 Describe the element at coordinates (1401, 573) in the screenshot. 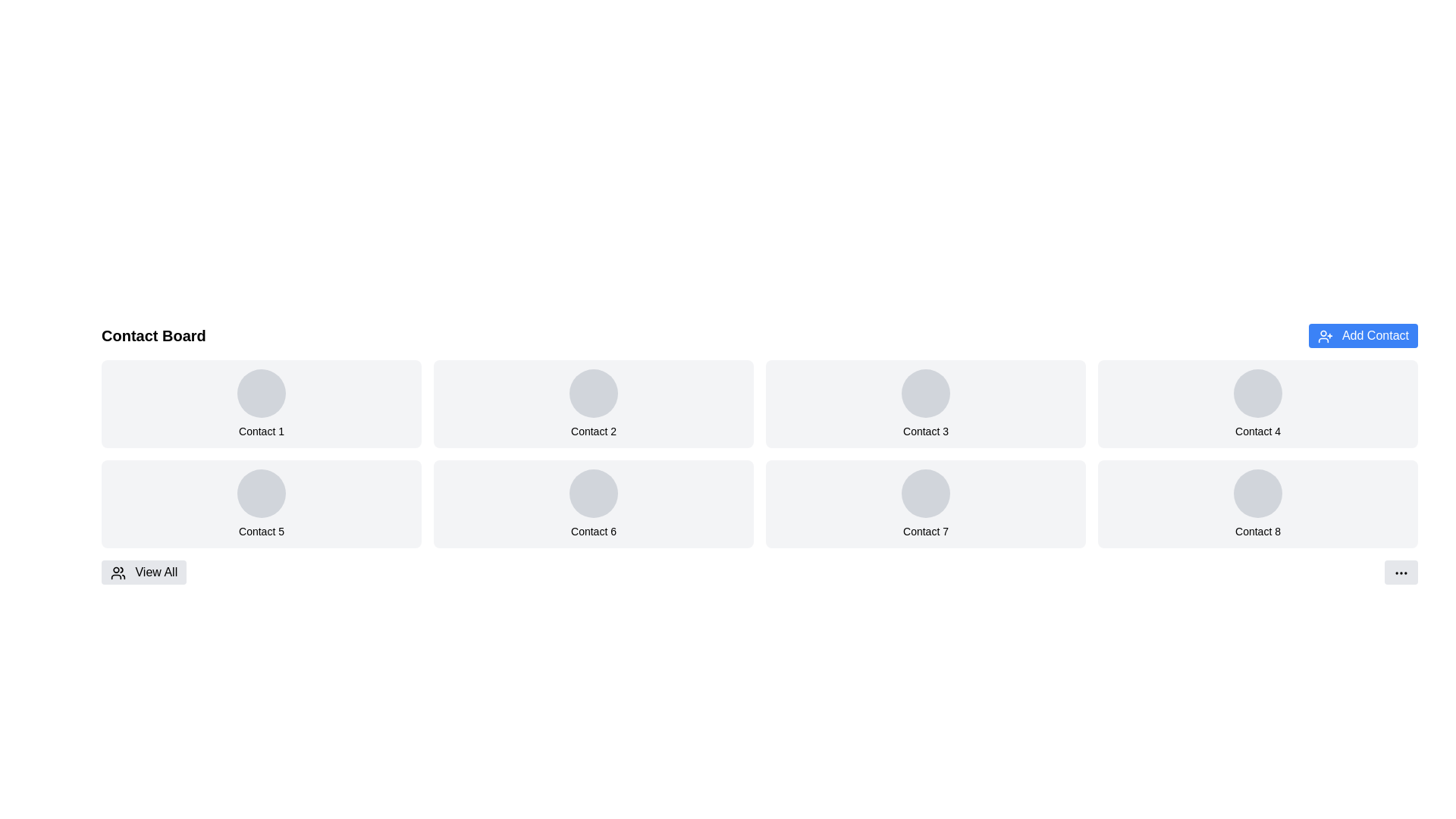

I see `the ellipsis icon, which is a compact set of three dots arranged in a row, located within a light-grey rounded rectangular button at the bottom-right corner of the interface` at that location.